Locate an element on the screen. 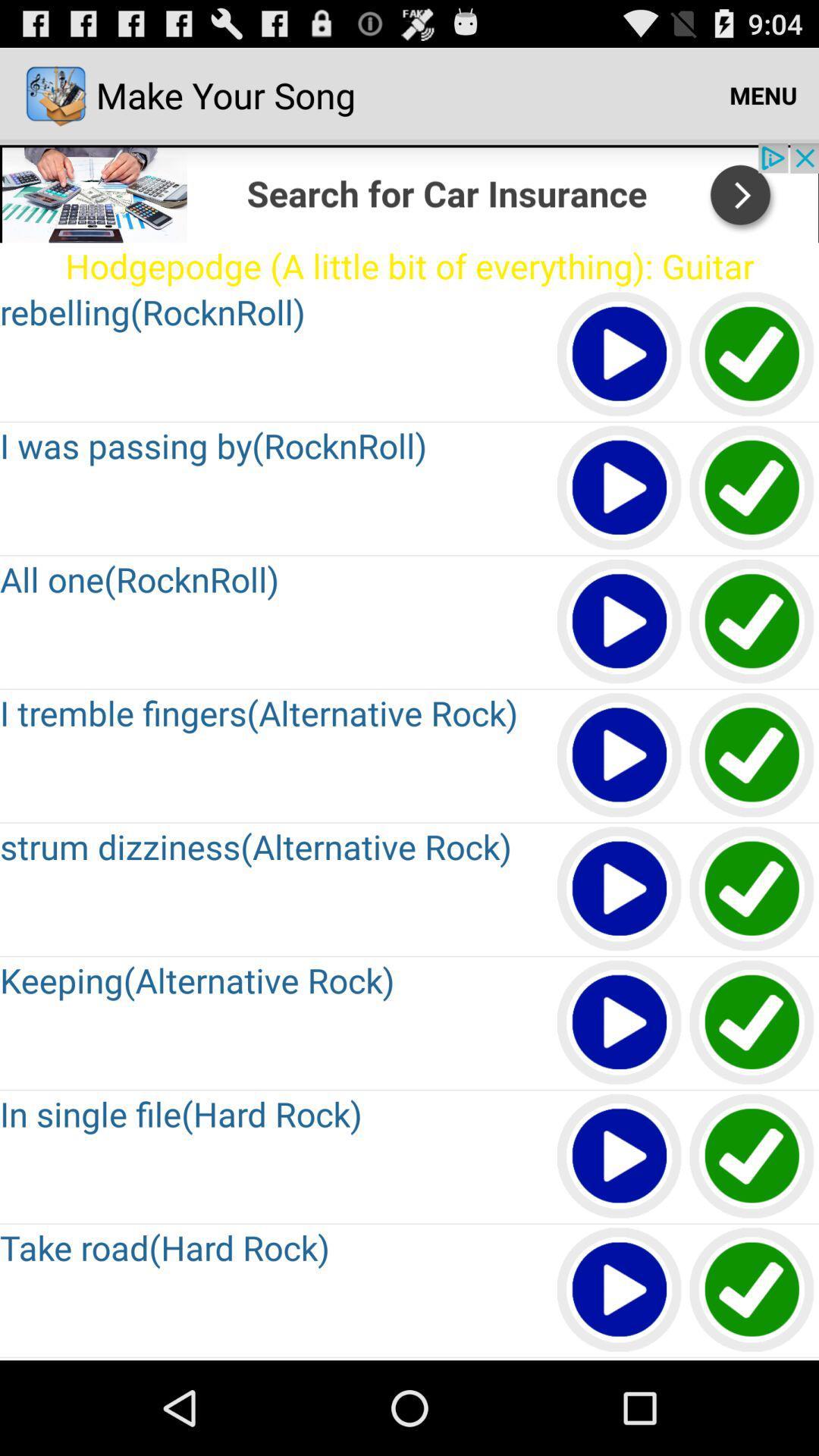 The width and height of the screenshot is (819, 1456). shalte is located at coordinates (752, 1359).